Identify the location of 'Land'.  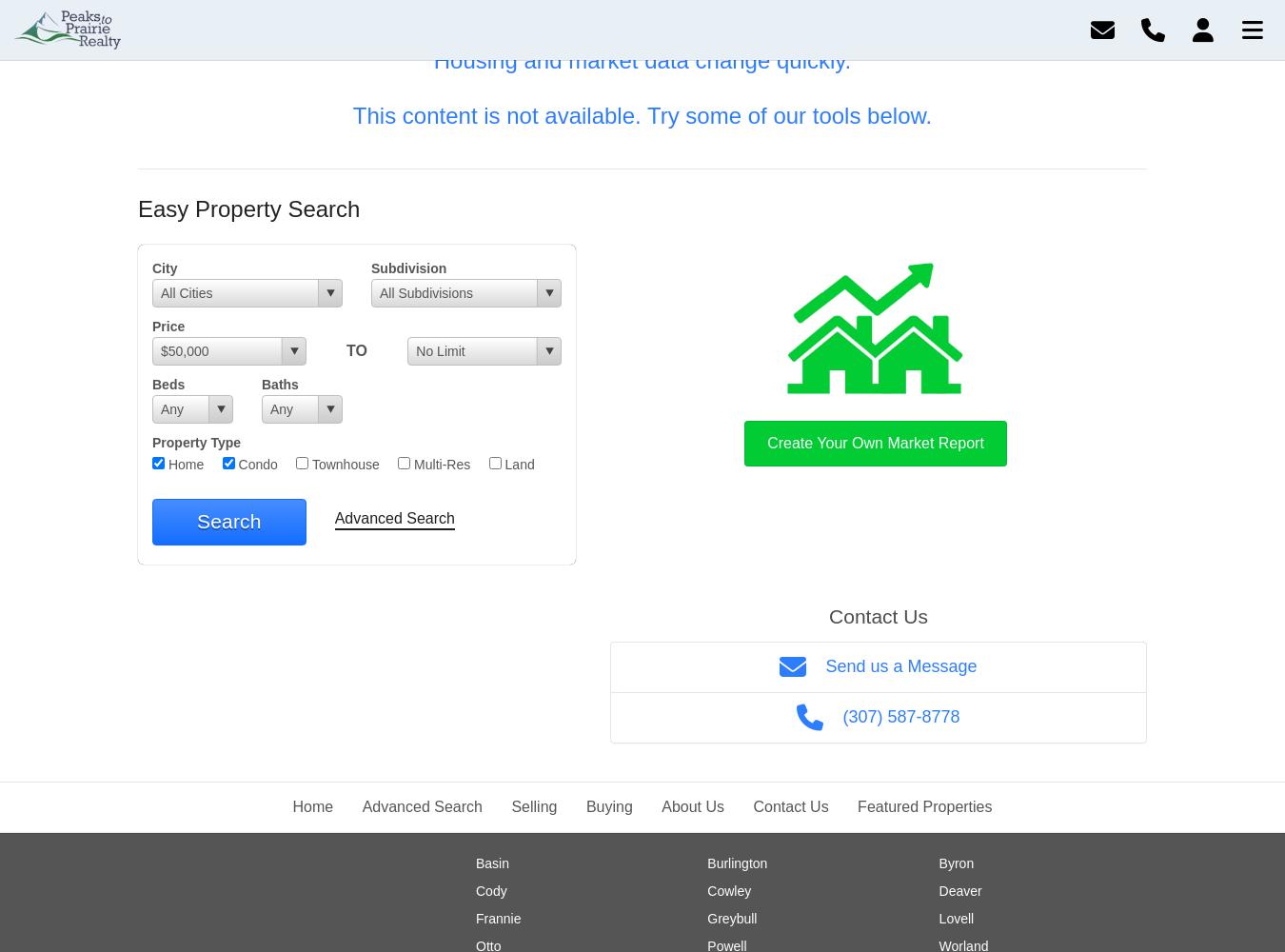
(499, 464).